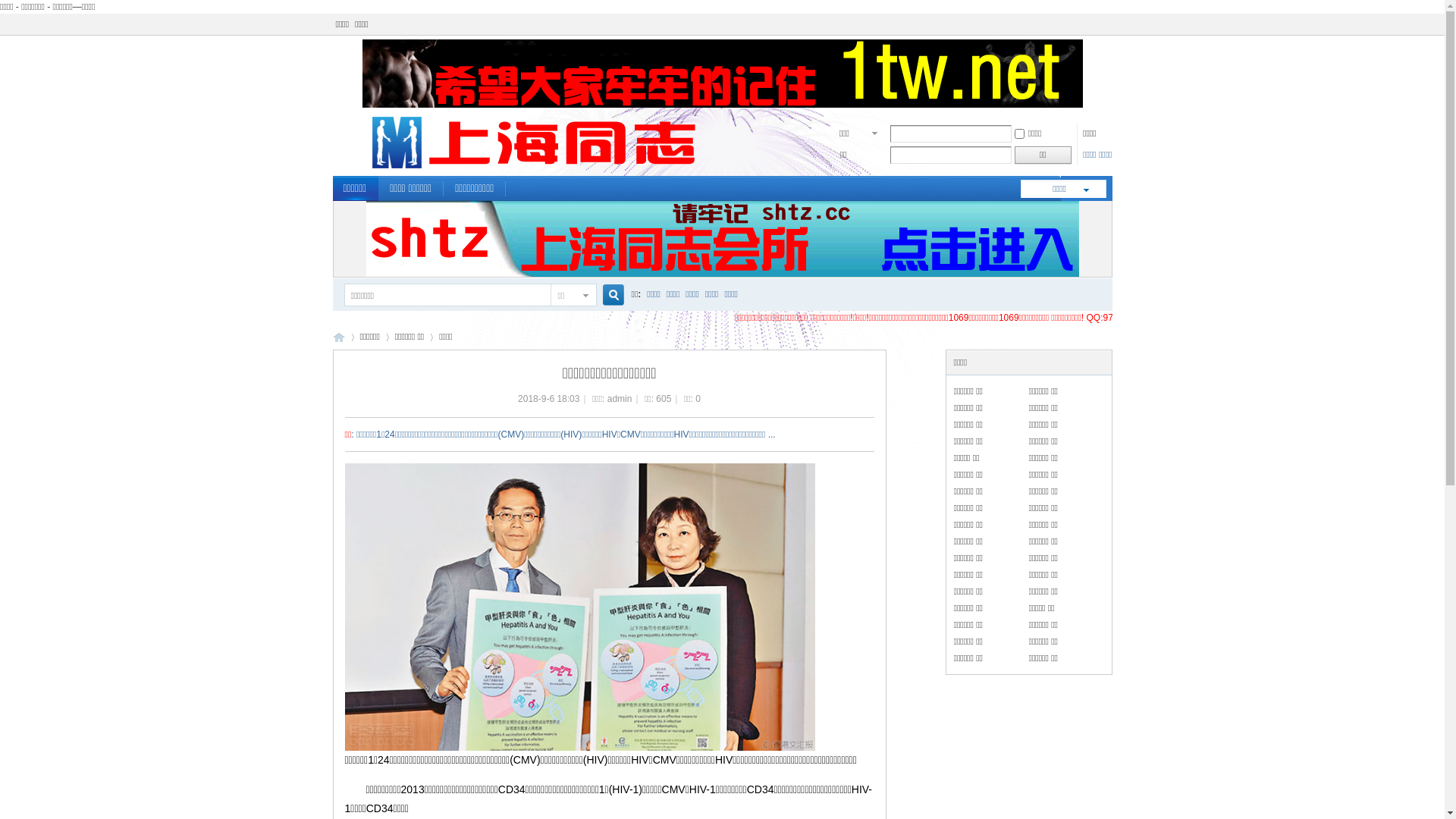 This screenshot has width=1456, height=819. I want to click on 'admin', so click(620, 397).